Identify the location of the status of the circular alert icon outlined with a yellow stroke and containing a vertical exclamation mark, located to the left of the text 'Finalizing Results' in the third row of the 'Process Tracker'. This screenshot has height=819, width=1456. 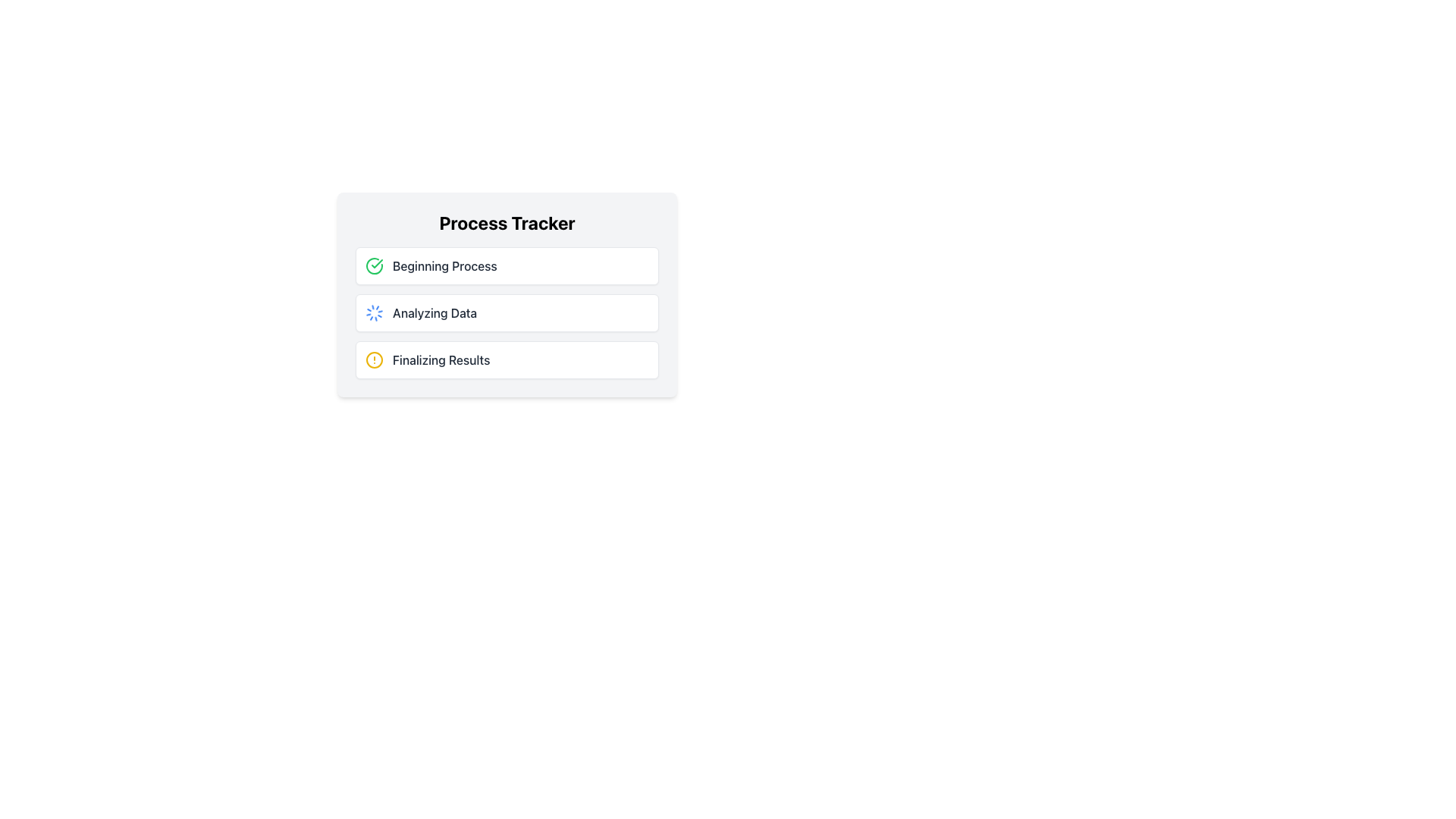
(375, 359).